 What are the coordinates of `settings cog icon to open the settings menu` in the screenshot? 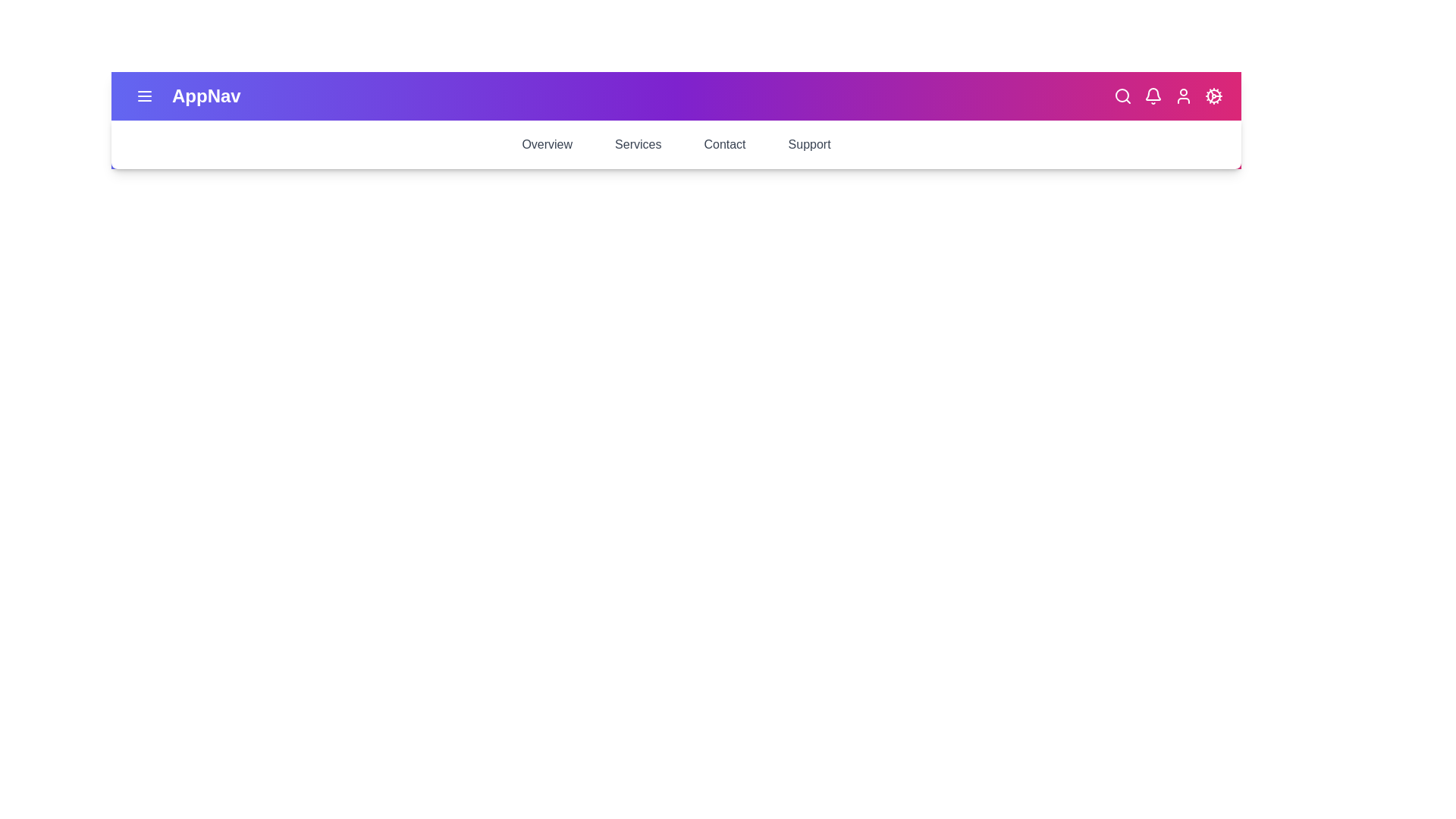 It's located at (1214, 96).